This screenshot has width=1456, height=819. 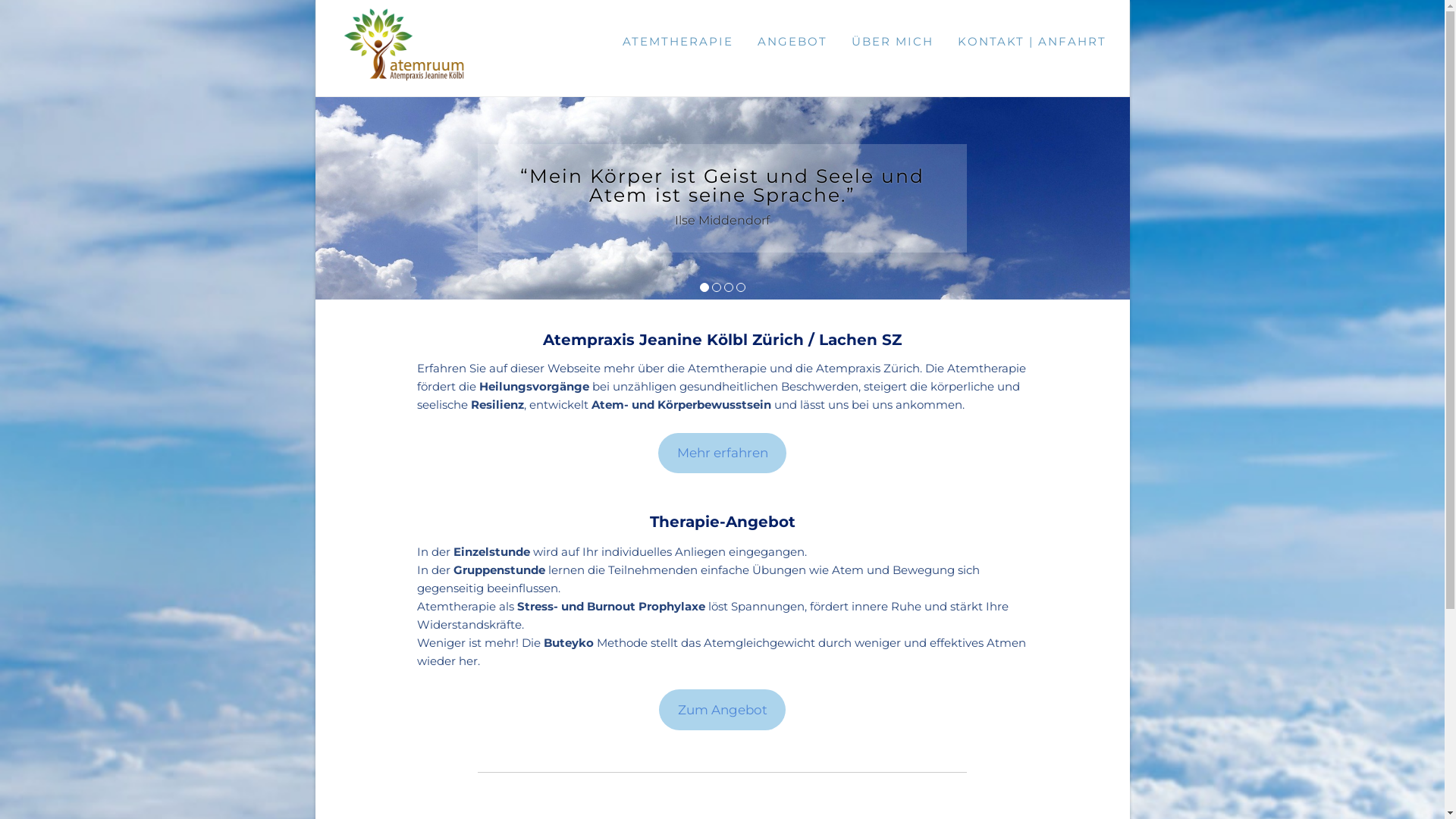 What do you see at coordinates (676, 42) in the screenshot?
I see `'ATEMTHERAPIE'` at bounding box center [676, 42].